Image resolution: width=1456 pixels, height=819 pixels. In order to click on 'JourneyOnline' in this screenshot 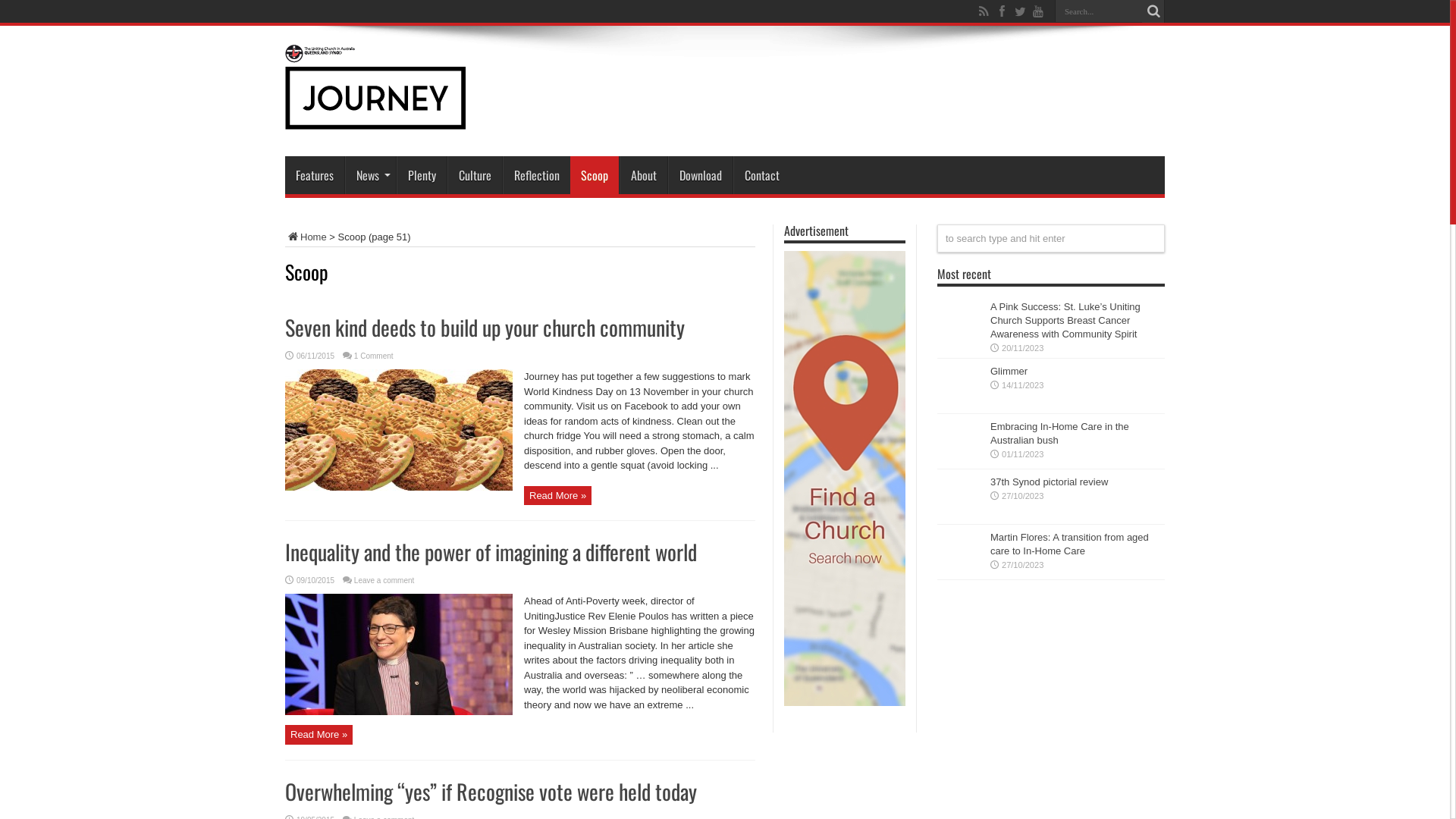, I will do `click(375, 117)`.